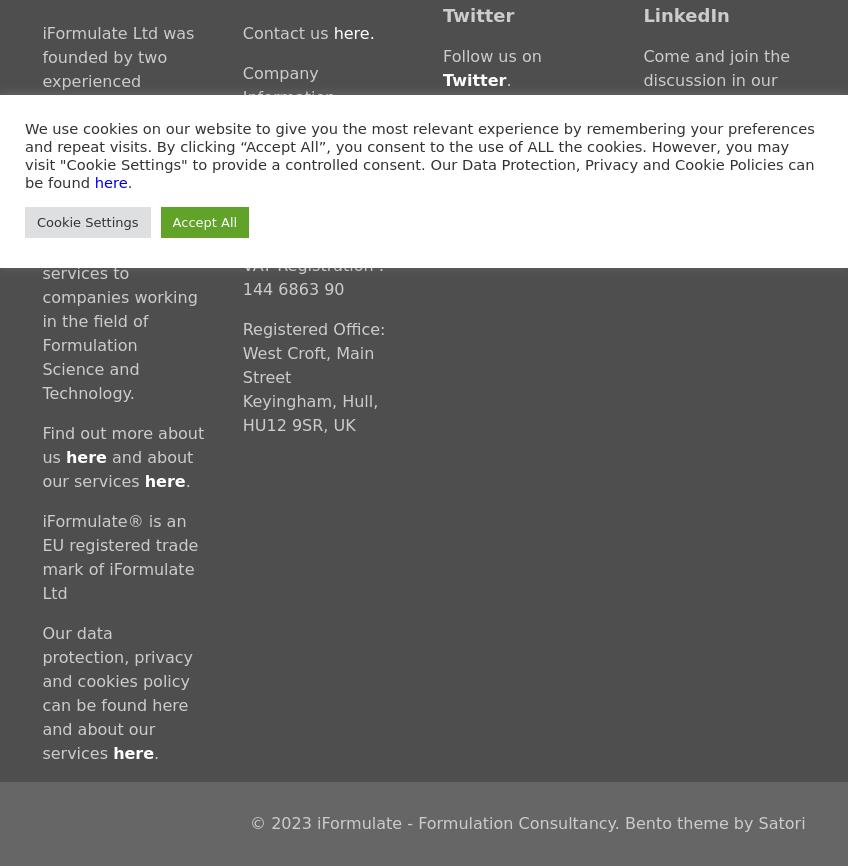 This screenshot has width=848, height=866. What do you see at coordinates (492, 56) in the screenshot?
I see `'Follow us on'` at bounding box center [492, 56].